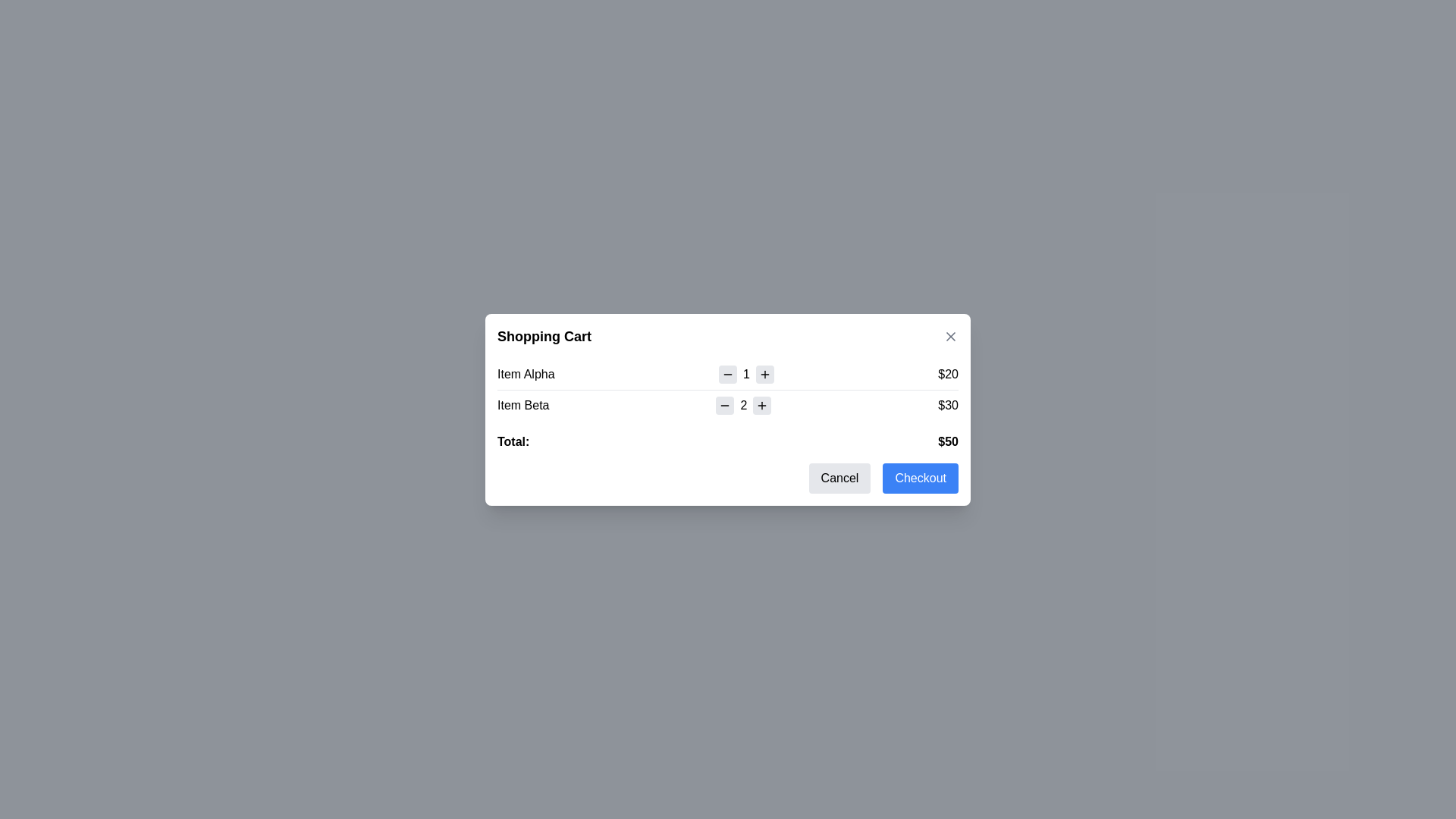  I want to click on the numeric value in the quantity adjustment control for 'Item Beta' to focus it, so click(743, 404).